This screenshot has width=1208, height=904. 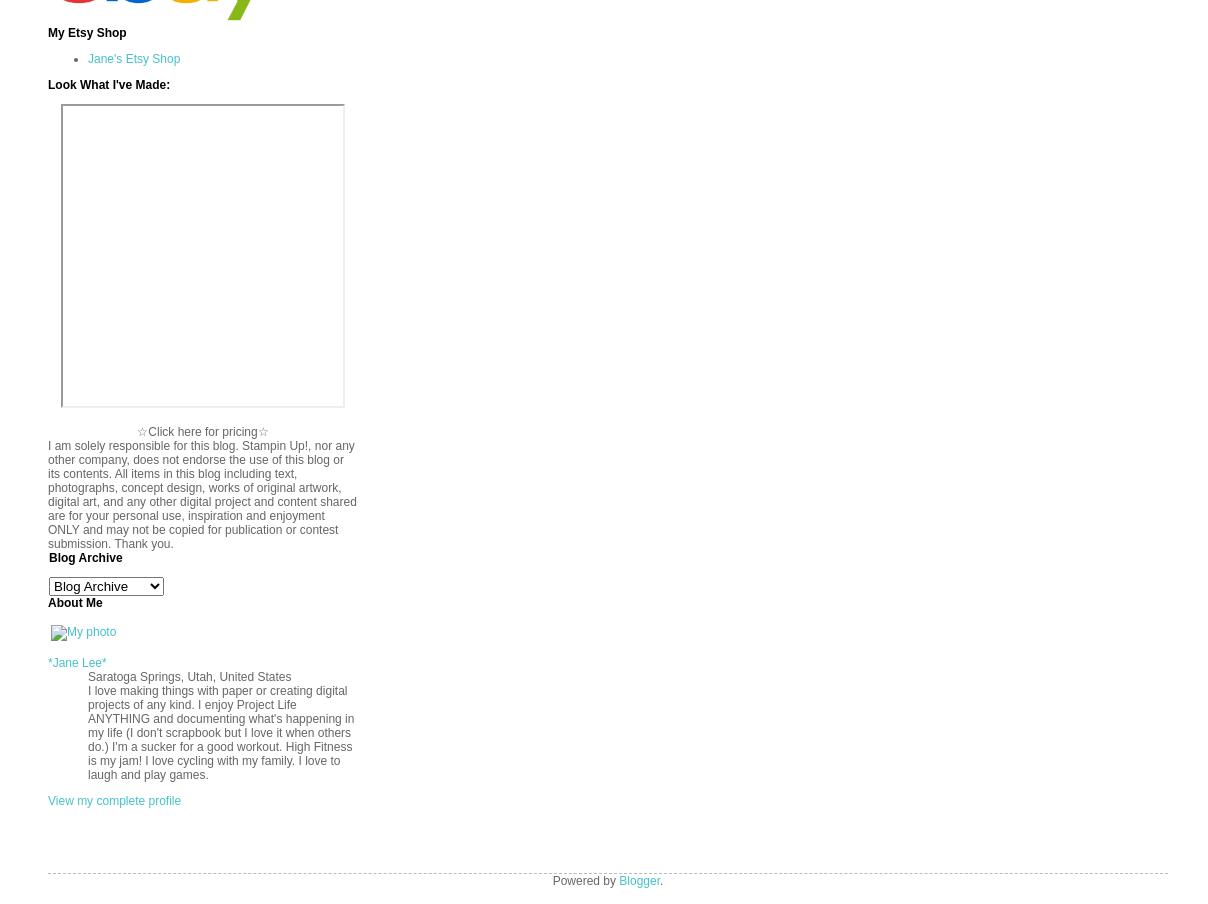 What do you see at coordinates (85, 31) in the screenshot?
I see `'My Etsy  Shop'` at bounding box center [85, 31].